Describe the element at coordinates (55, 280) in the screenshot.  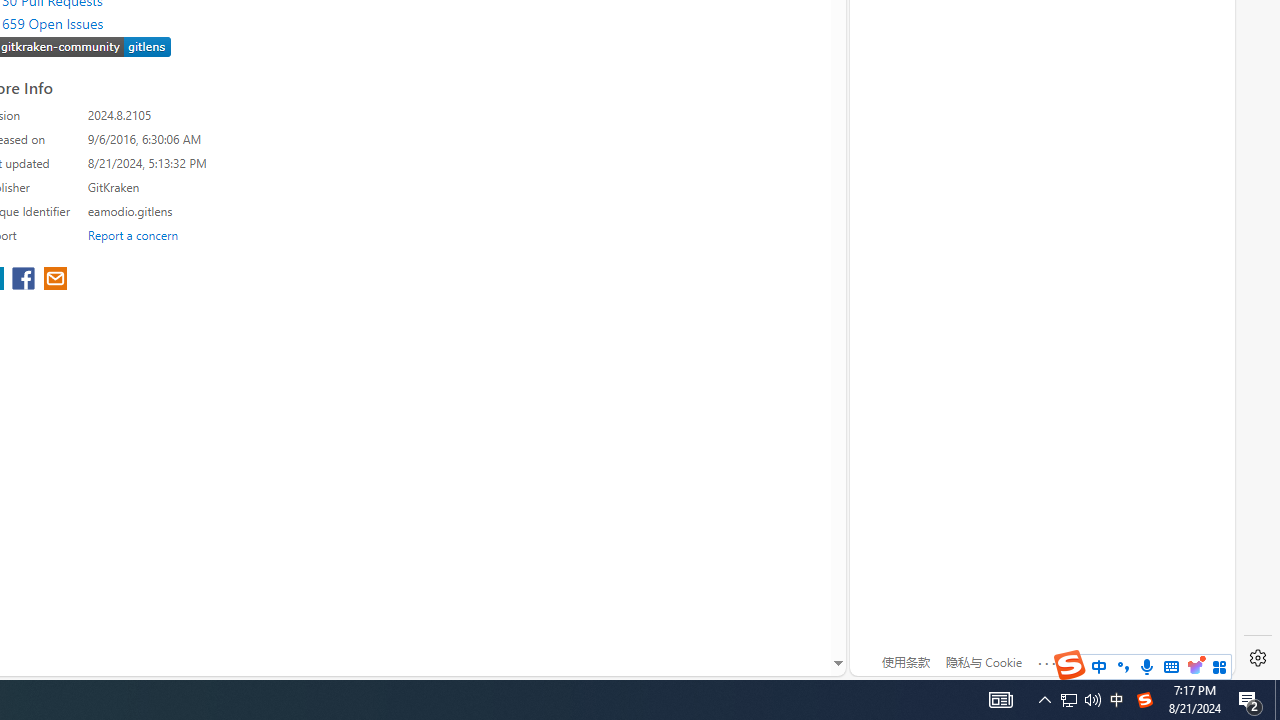
I see `'share extension on email'` at that location.